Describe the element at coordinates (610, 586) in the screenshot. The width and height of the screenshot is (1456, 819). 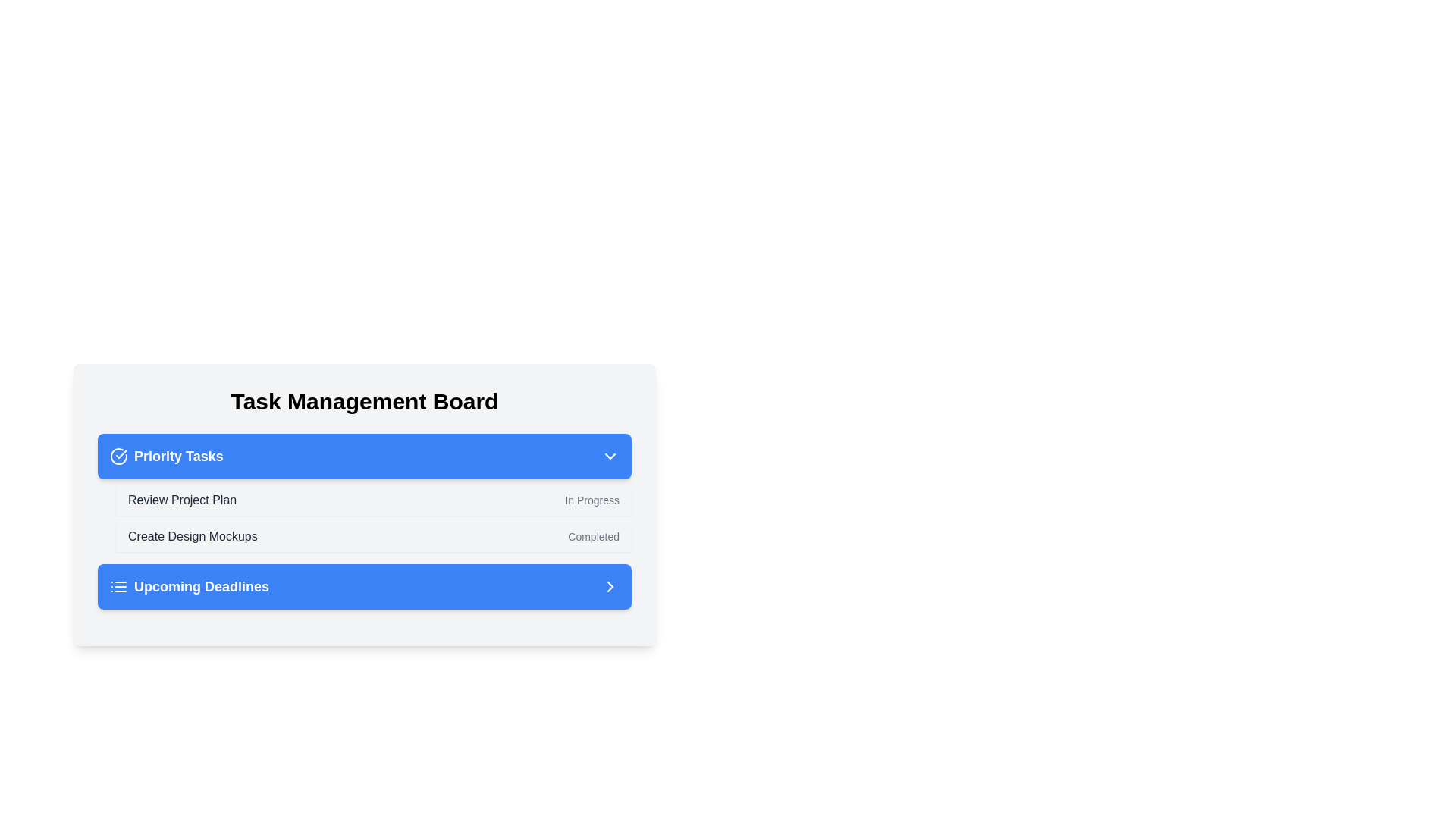
I see `the rightward-pointing chevron icon located inside the blue bar of the 'Upcoming Deadlines' section in the Task Management Board interface` at that location.